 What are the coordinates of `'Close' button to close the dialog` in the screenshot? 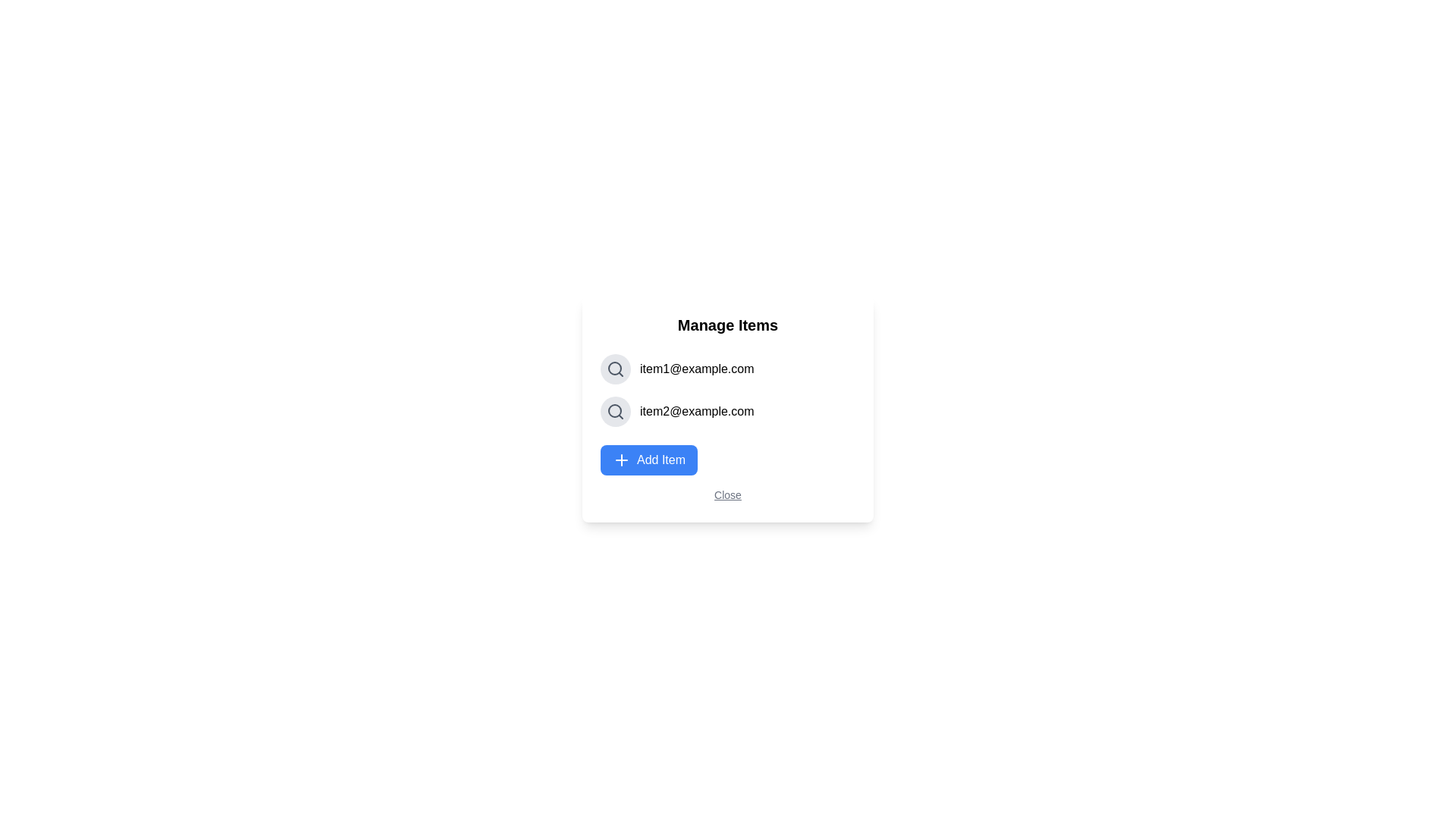 It's located at (726, 494).